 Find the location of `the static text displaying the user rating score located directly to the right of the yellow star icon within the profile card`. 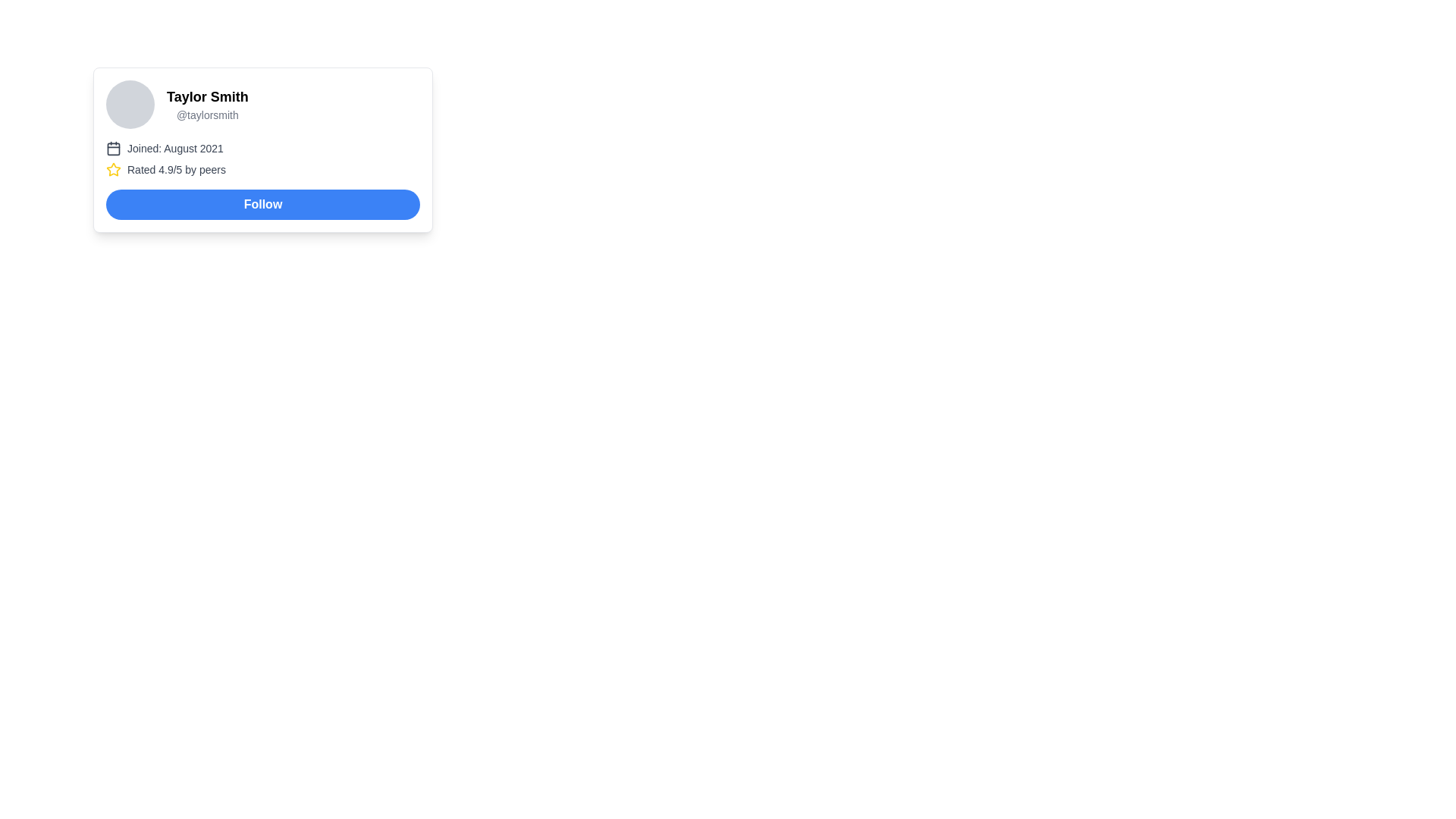

the static text displaying the user rating score located directly to the right of the yellow star icon within the profile card is located at coordinates (176, 169).